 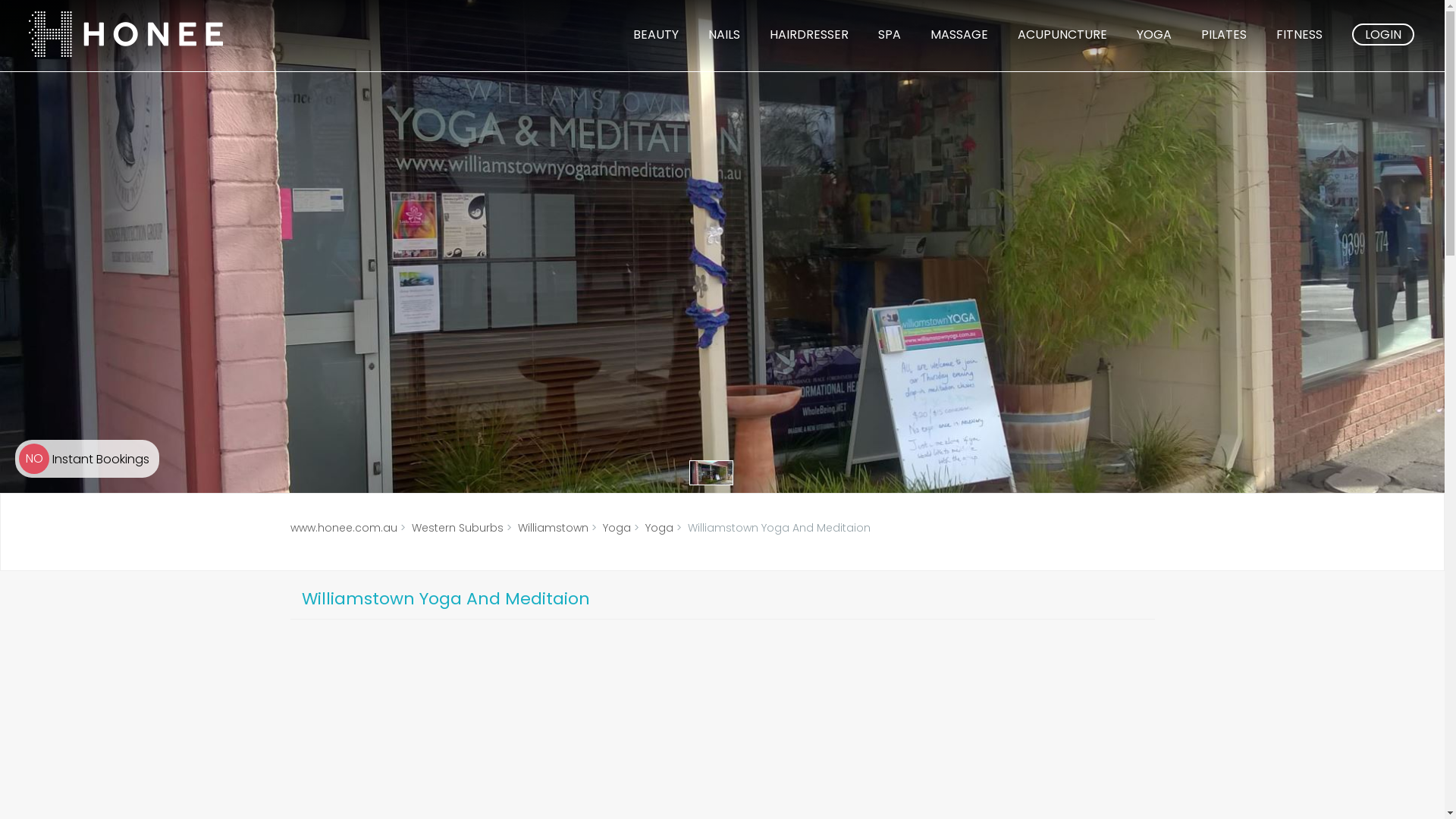 I want to click on 'BEAUTY', so click(x=655, y=34).